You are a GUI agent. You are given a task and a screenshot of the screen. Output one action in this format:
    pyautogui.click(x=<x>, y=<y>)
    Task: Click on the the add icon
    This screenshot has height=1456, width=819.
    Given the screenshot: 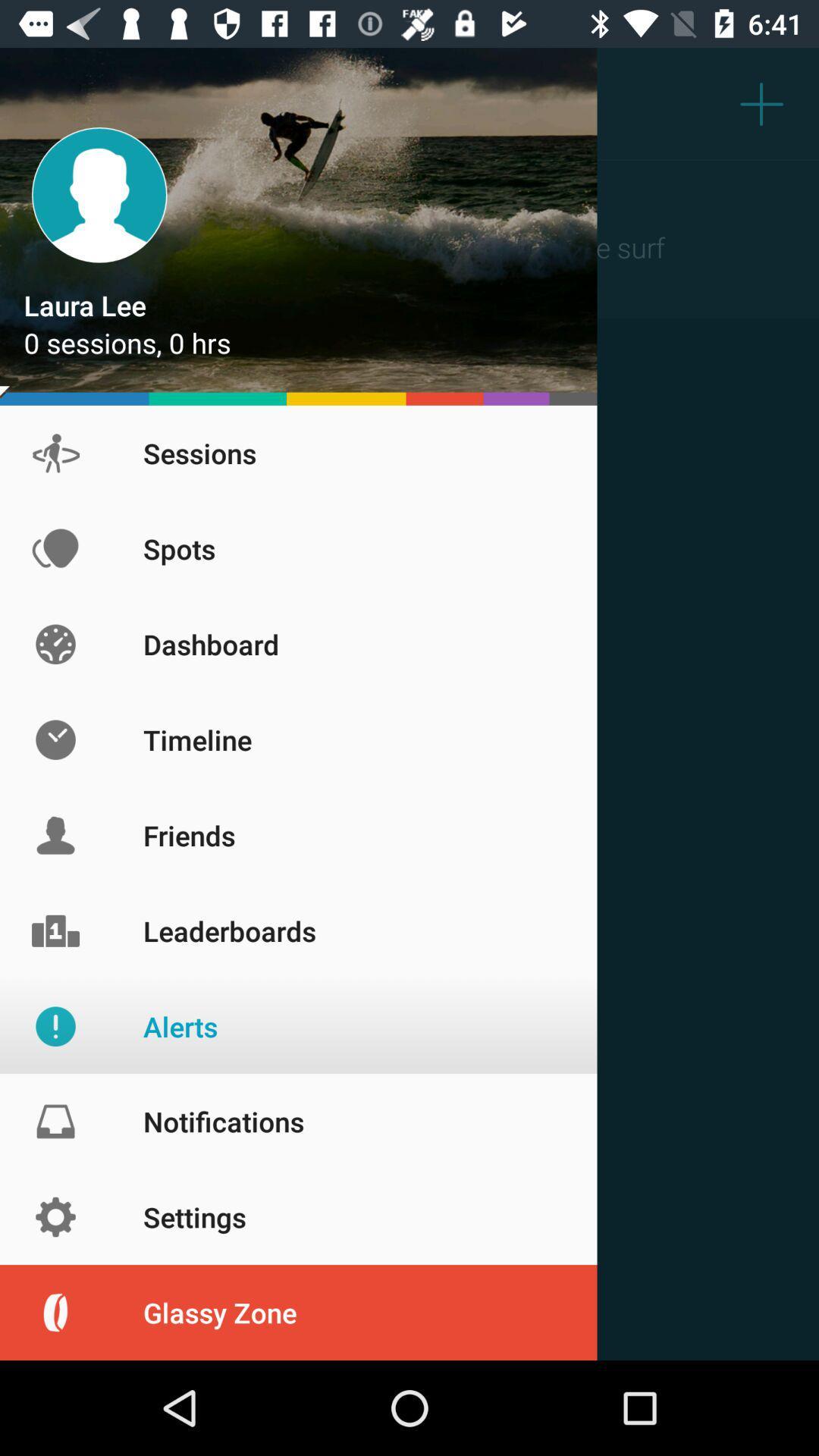 What is the action you would take?
    pyautogui.click(x=761, y=102)
    